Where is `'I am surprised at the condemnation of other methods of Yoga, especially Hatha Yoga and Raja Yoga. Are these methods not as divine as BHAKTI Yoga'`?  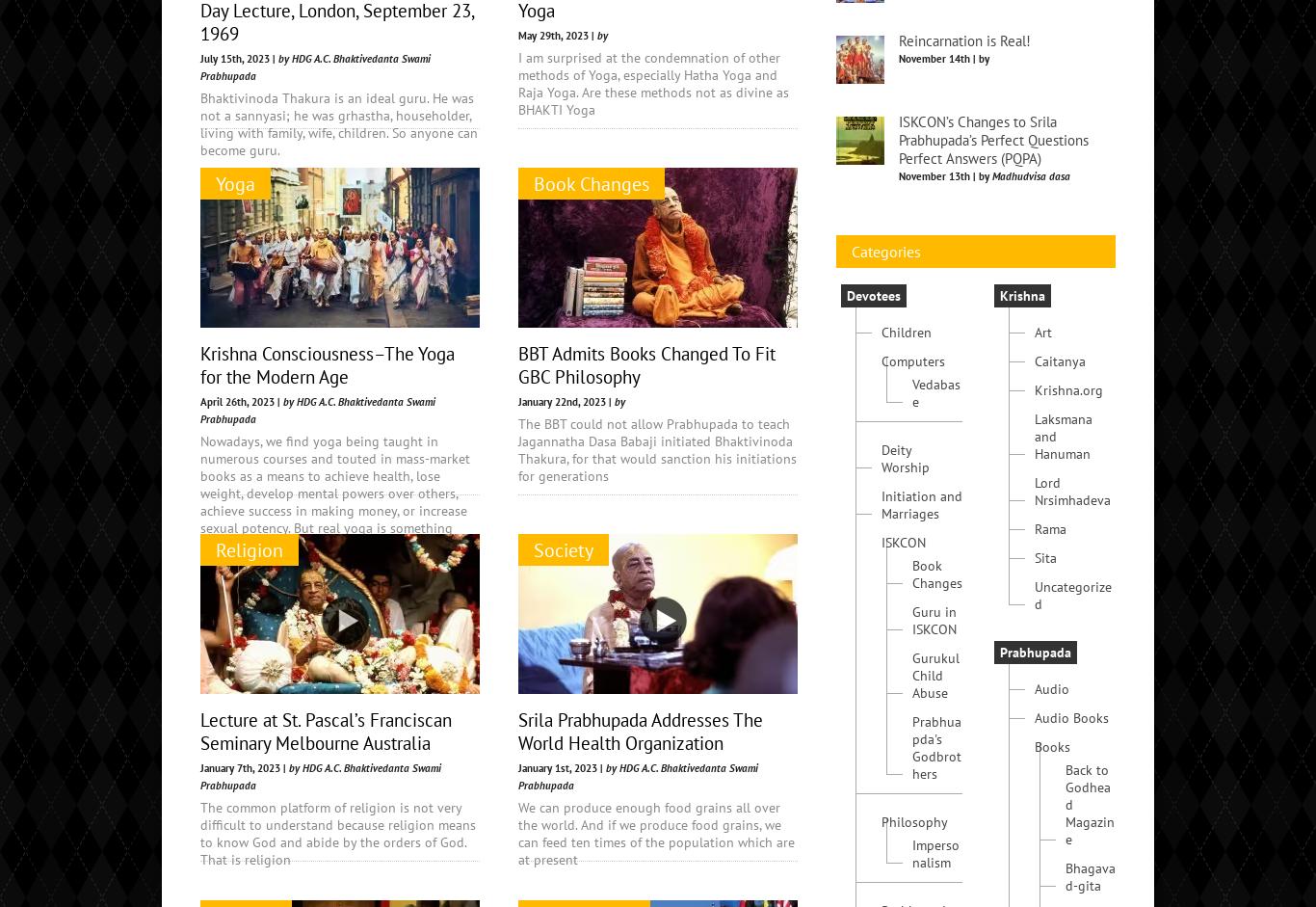
'I am surprised at the condemnation of other methods of Yoga, especially Hatha Yoga and Raja Yoga. Are these methods not as divine as BHAKTI Yoga' is located at coordinates (652, 84).